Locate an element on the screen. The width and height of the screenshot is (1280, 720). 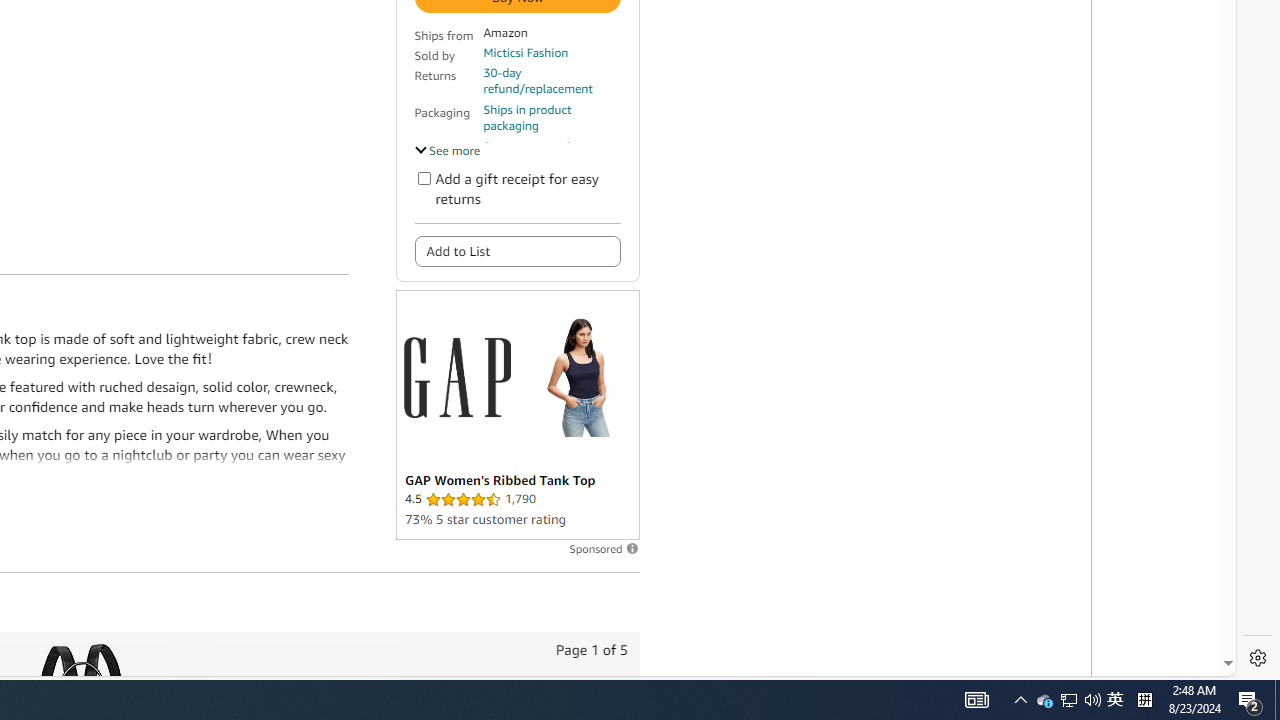
'Add to List' is located at coordinates (517, 250).